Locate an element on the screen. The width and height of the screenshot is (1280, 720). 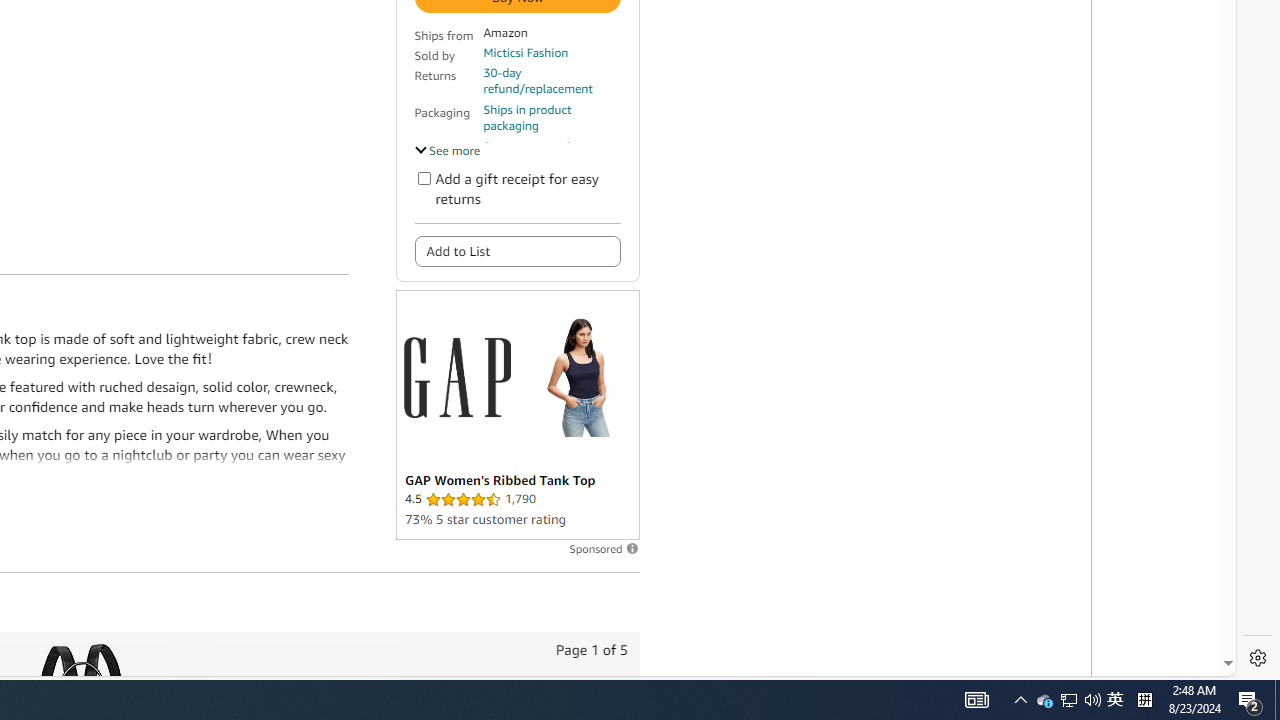
'Add to List' is located at coordinates (517, 250).